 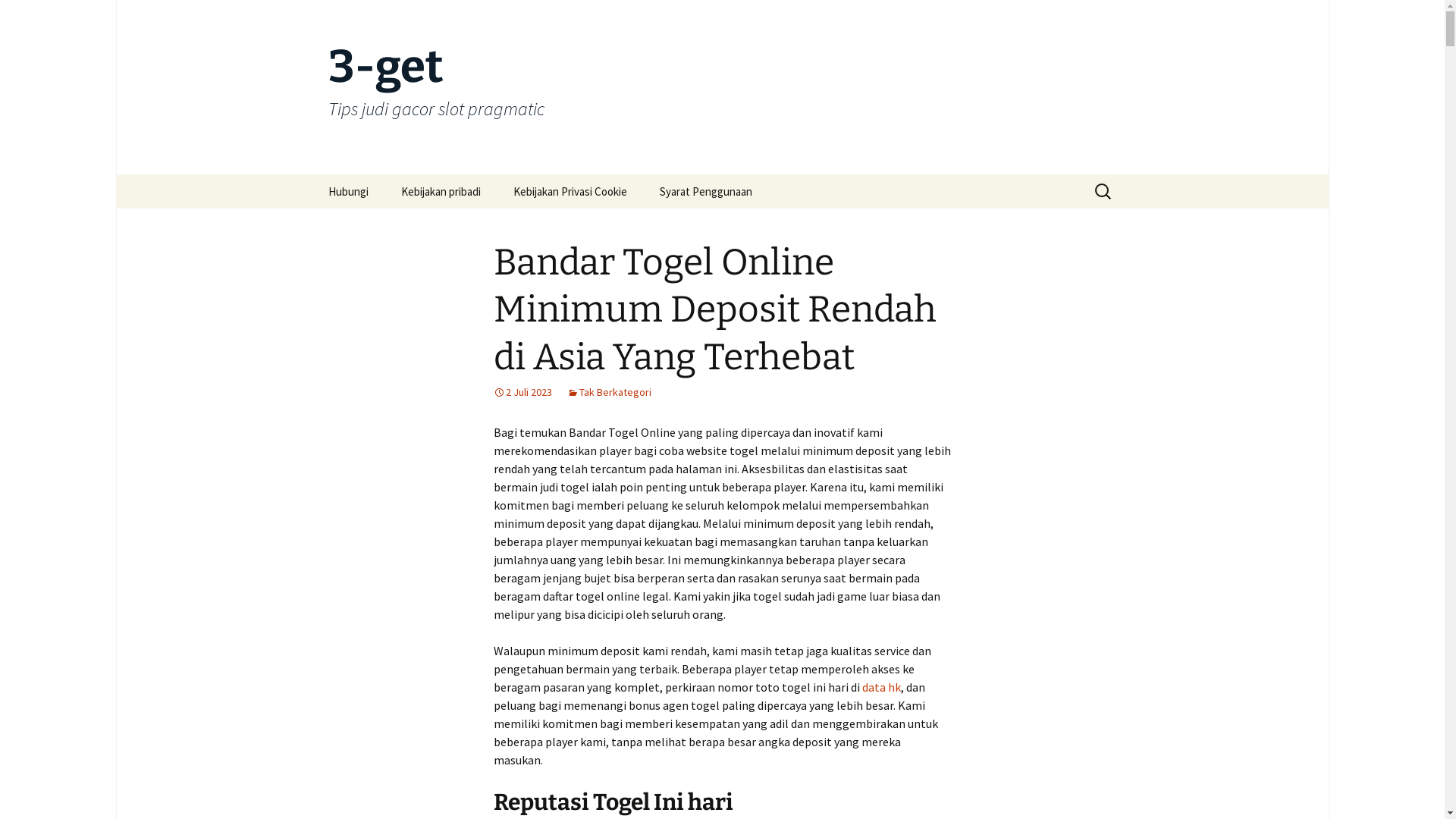 What do you see at coordinates (720, 87) in the screenshot?
I see `'3-get` at bounding box center [720, 87].